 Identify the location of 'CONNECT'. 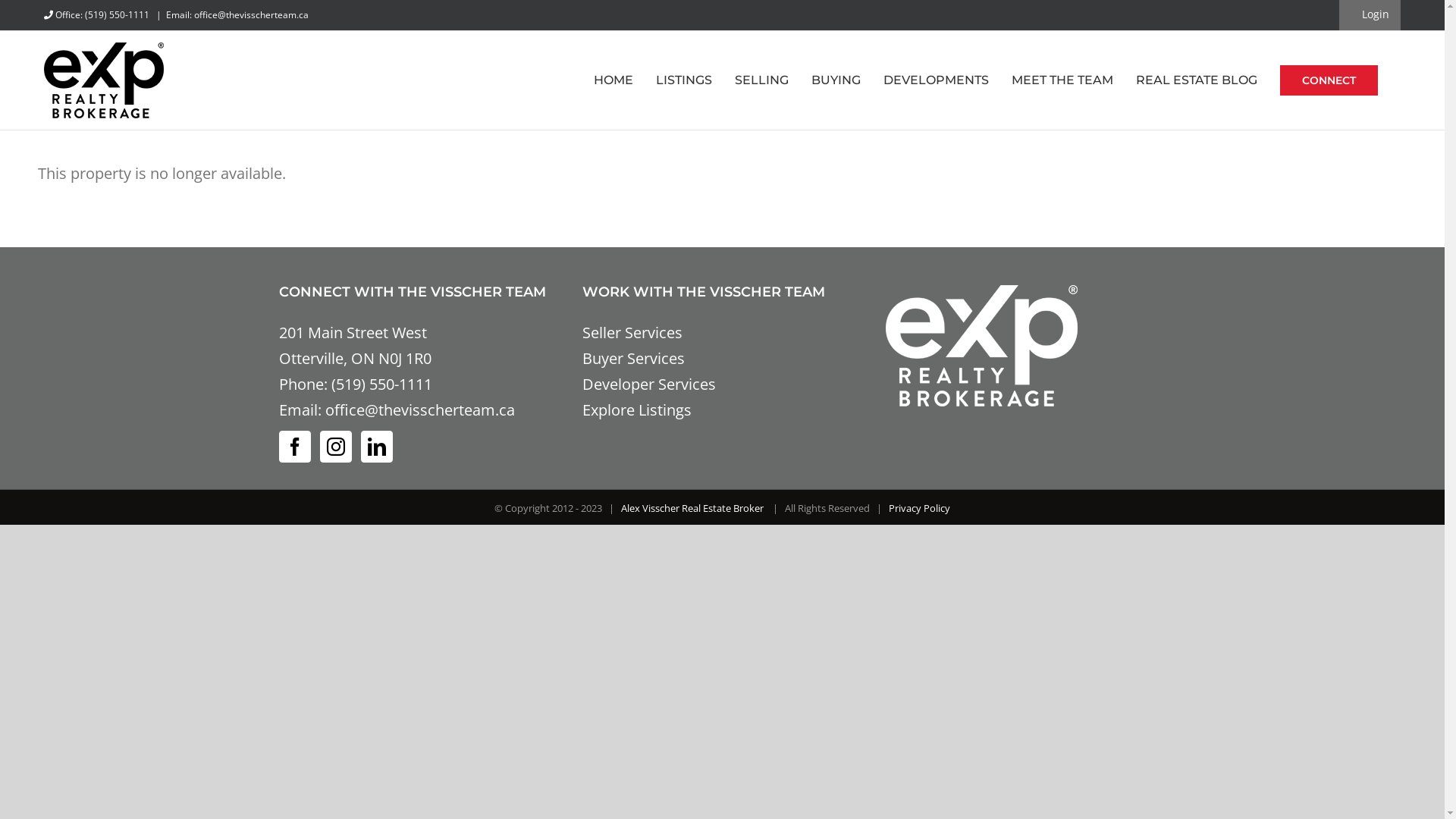
(1328, 80).